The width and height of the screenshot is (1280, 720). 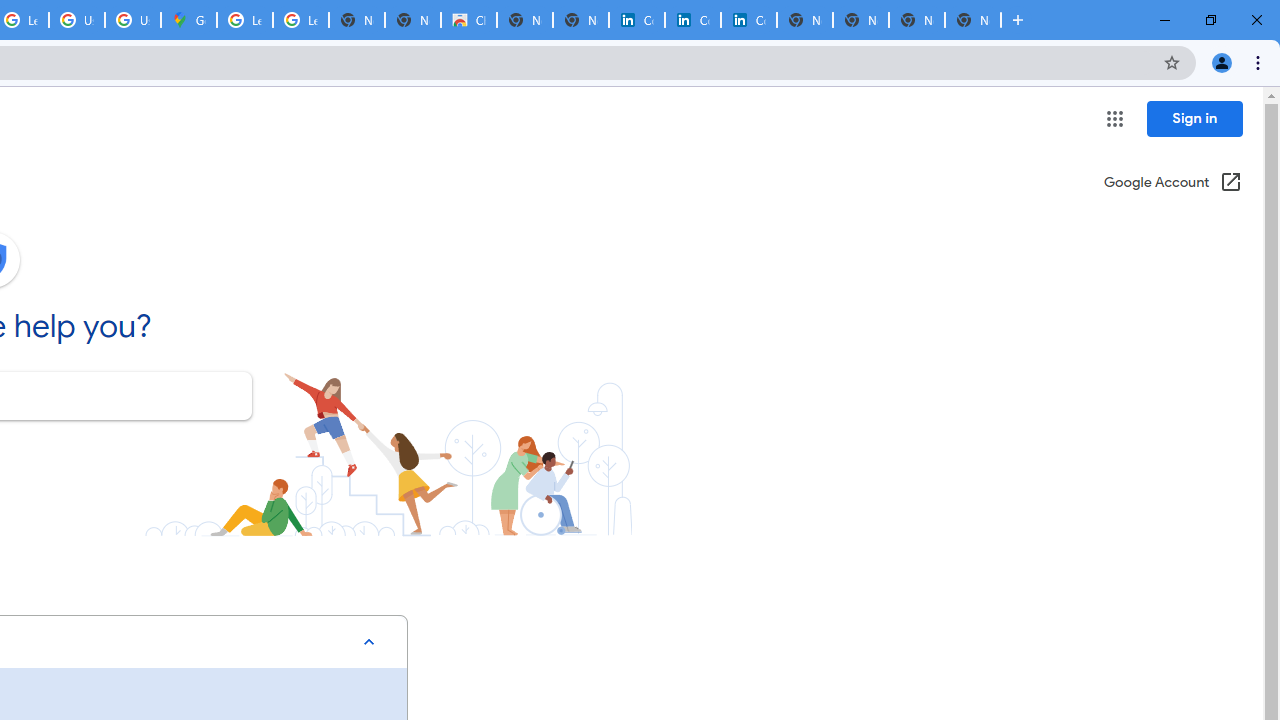 What do you see at coordinates (747, 20) in the screenshot?
I see `'Copyright Policy'` at bounding box center [747, 20].